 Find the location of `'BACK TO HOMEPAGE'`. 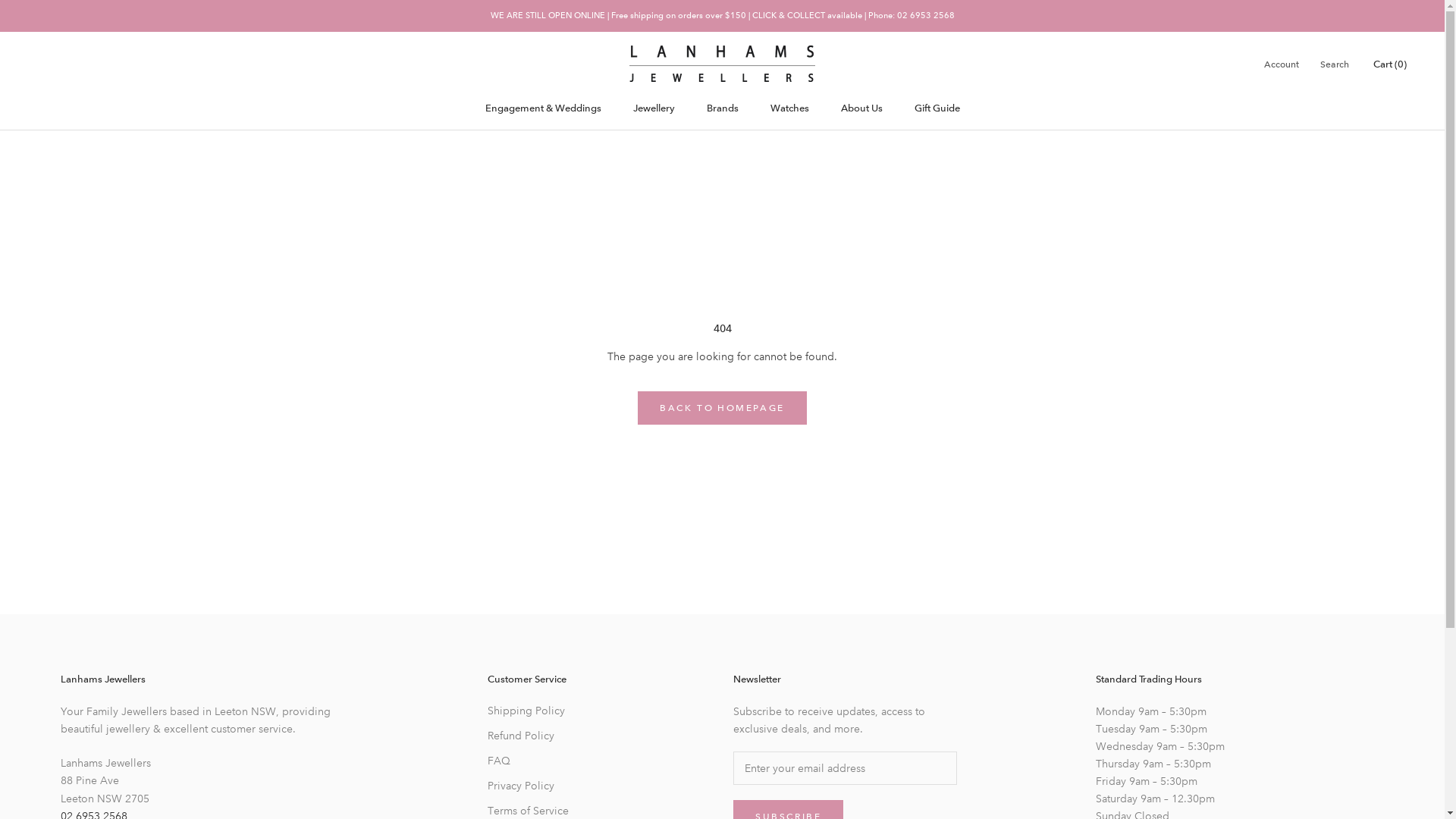

'BACK TO HOMEPAGE' is located at coordinates (720, 406).